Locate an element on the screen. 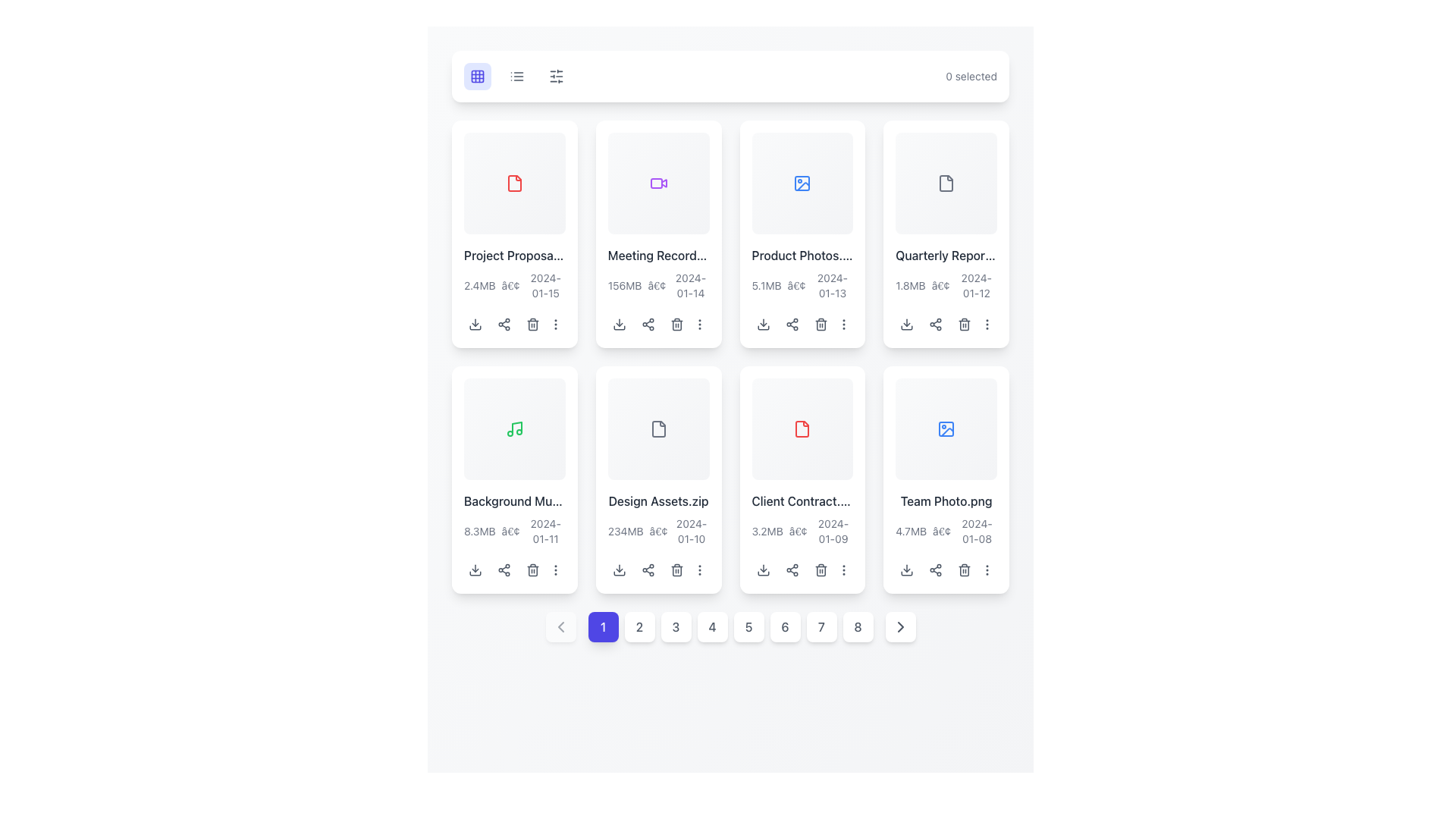 The width and height of the screenshot is (1456, 819). the static text label displaying the file size '4.7MB' of the card labeled 'Team Photo.png', located in the lower part of the card is located at coordinates (910, 530).